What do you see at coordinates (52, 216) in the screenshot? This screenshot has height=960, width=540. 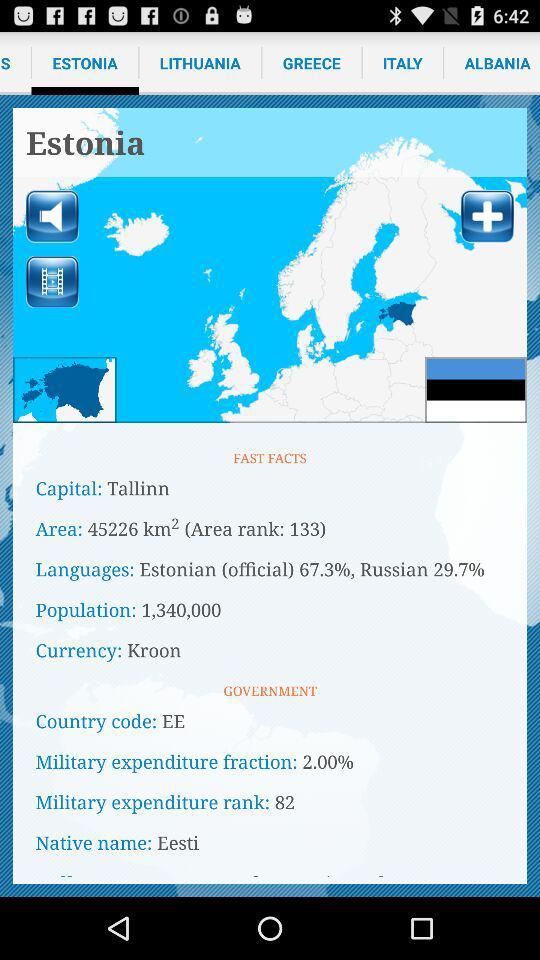 I see `turn up the volume` at bounding box center [52, 216].